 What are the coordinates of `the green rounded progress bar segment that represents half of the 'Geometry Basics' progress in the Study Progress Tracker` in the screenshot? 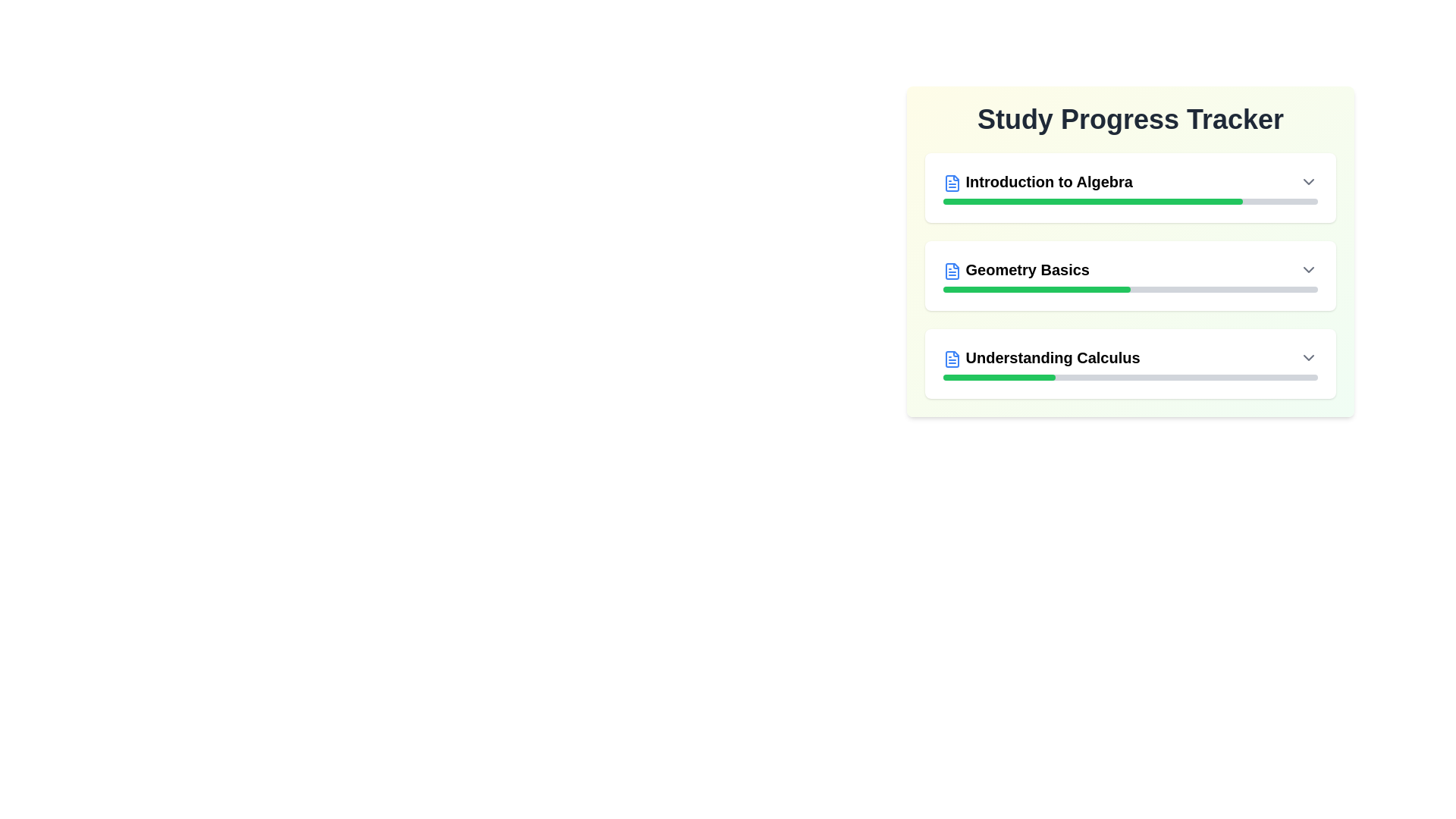 It's located at (1036, 289).